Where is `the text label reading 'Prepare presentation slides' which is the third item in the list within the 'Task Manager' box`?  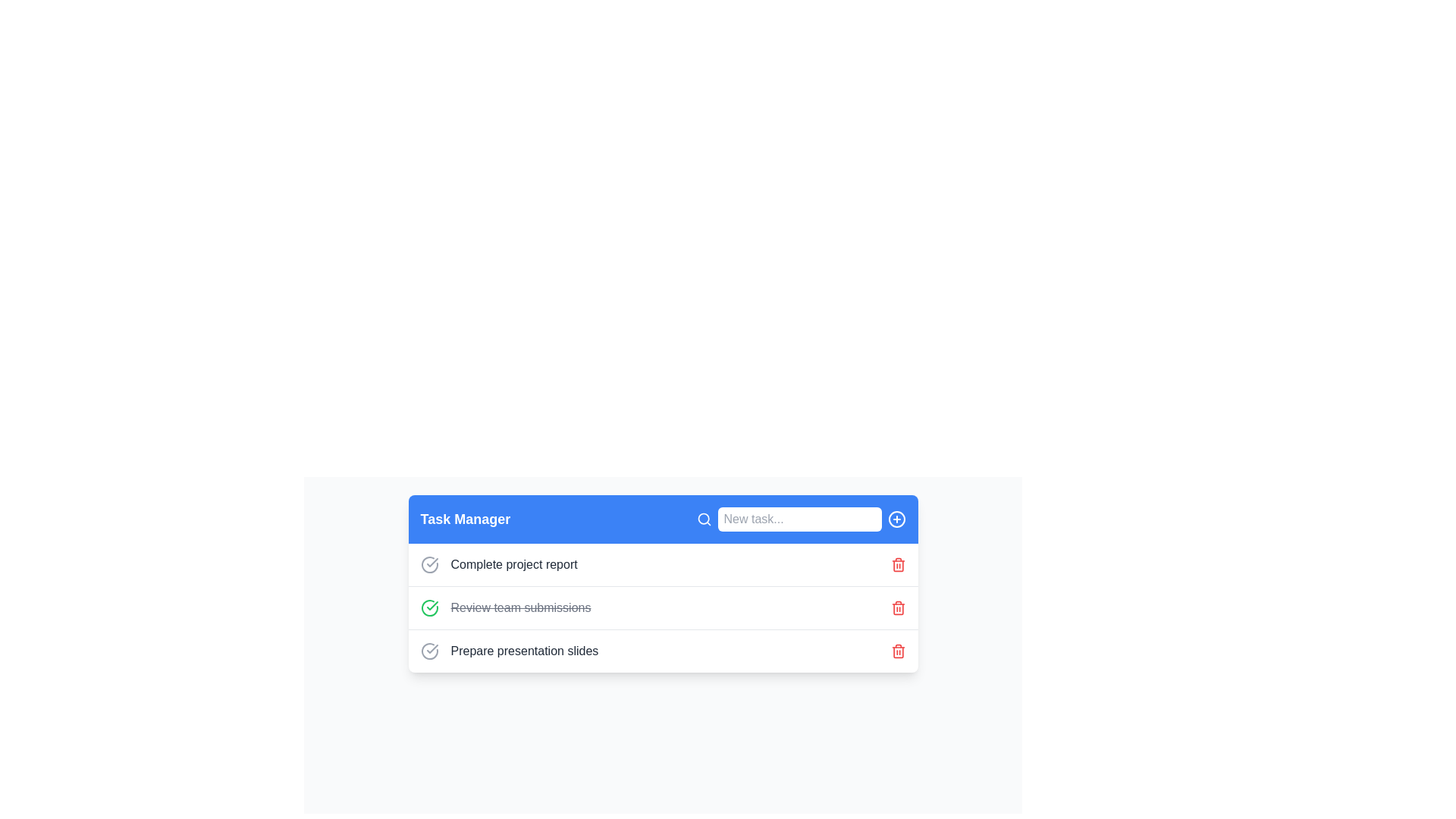 the text label reading 'Prepare presentation slides' which is the third item in the list within the 'Task Manager' box is located at coordinates (524, 651).